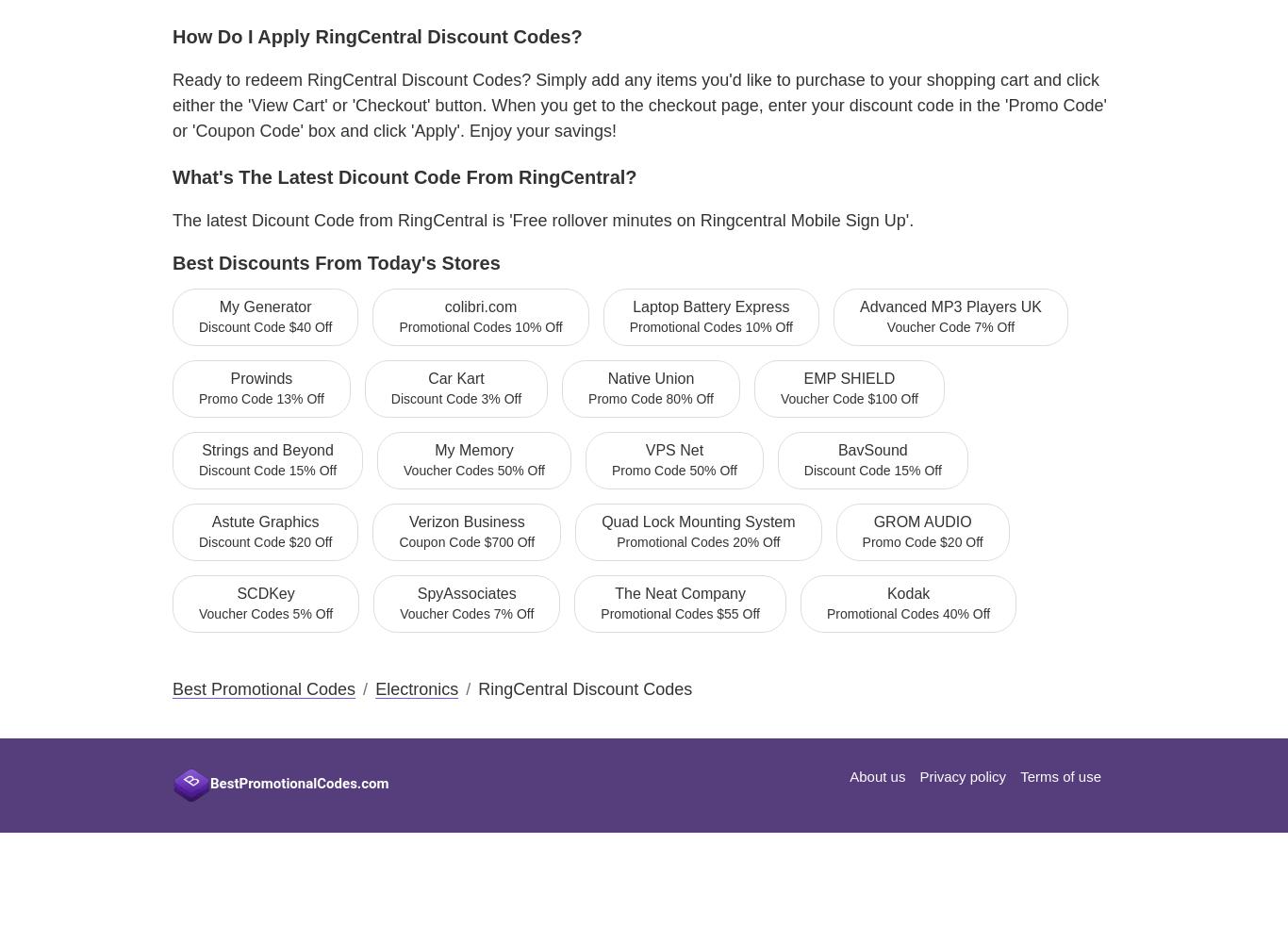 The height and width of the screenshot is (927, 1288). What do you see at coordinates (673, 448) in the screenshot?
I see `'VPS Net'` at bounding box center [673, 448].